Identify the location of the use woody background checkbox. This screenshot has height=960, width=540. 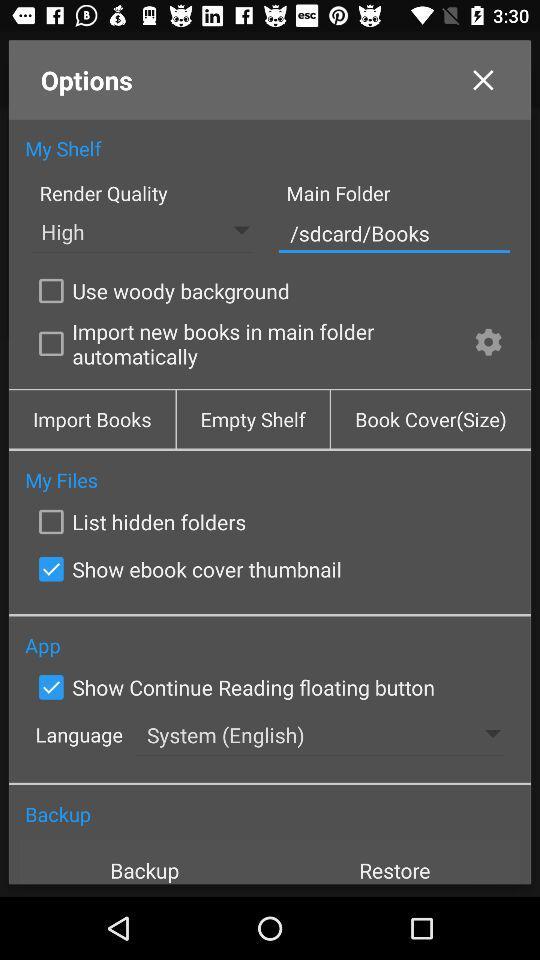
(159, 289).